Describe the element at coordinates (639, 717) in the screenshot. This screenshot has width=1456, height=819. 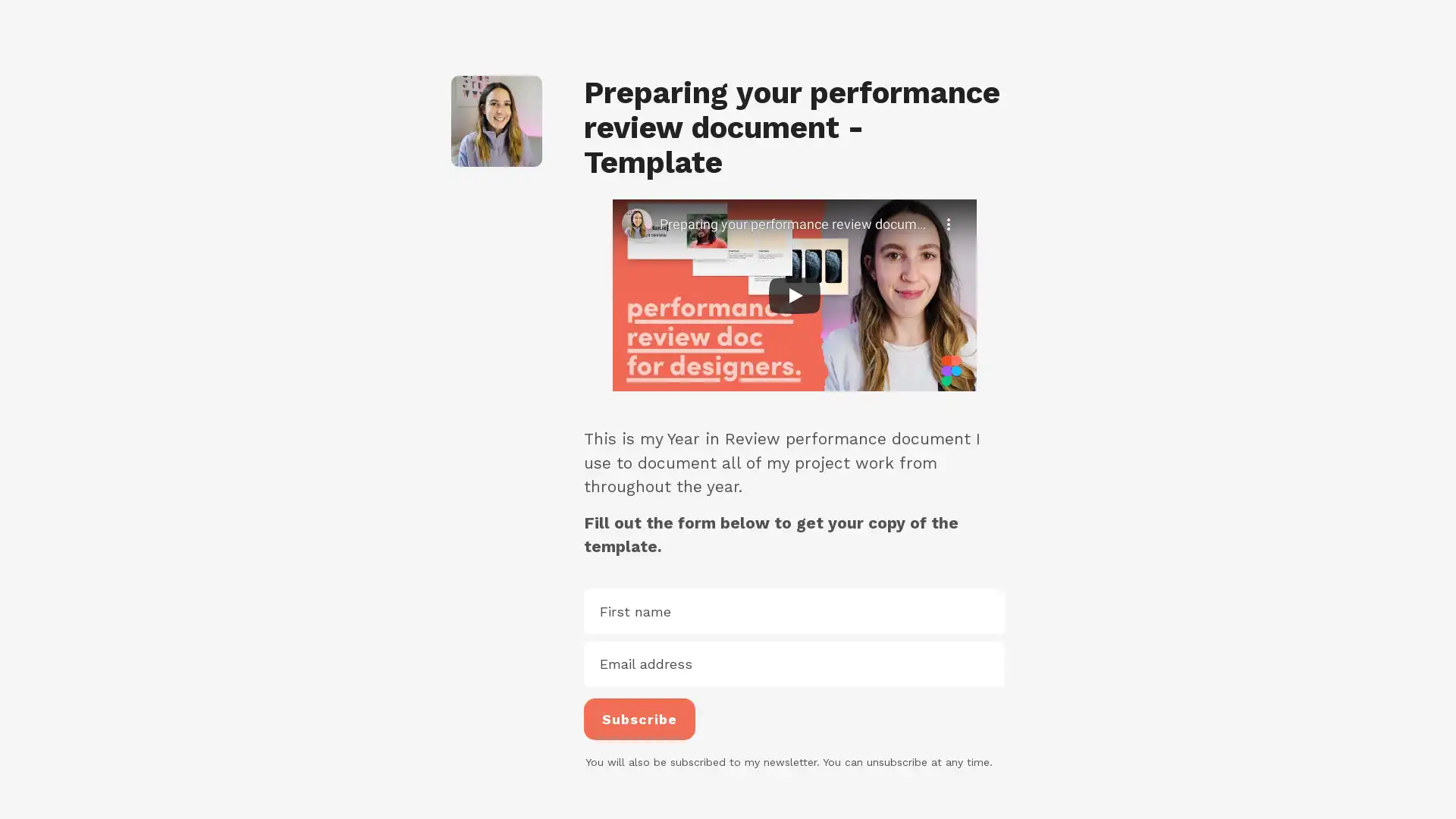
I see `Subscribe` at that location.